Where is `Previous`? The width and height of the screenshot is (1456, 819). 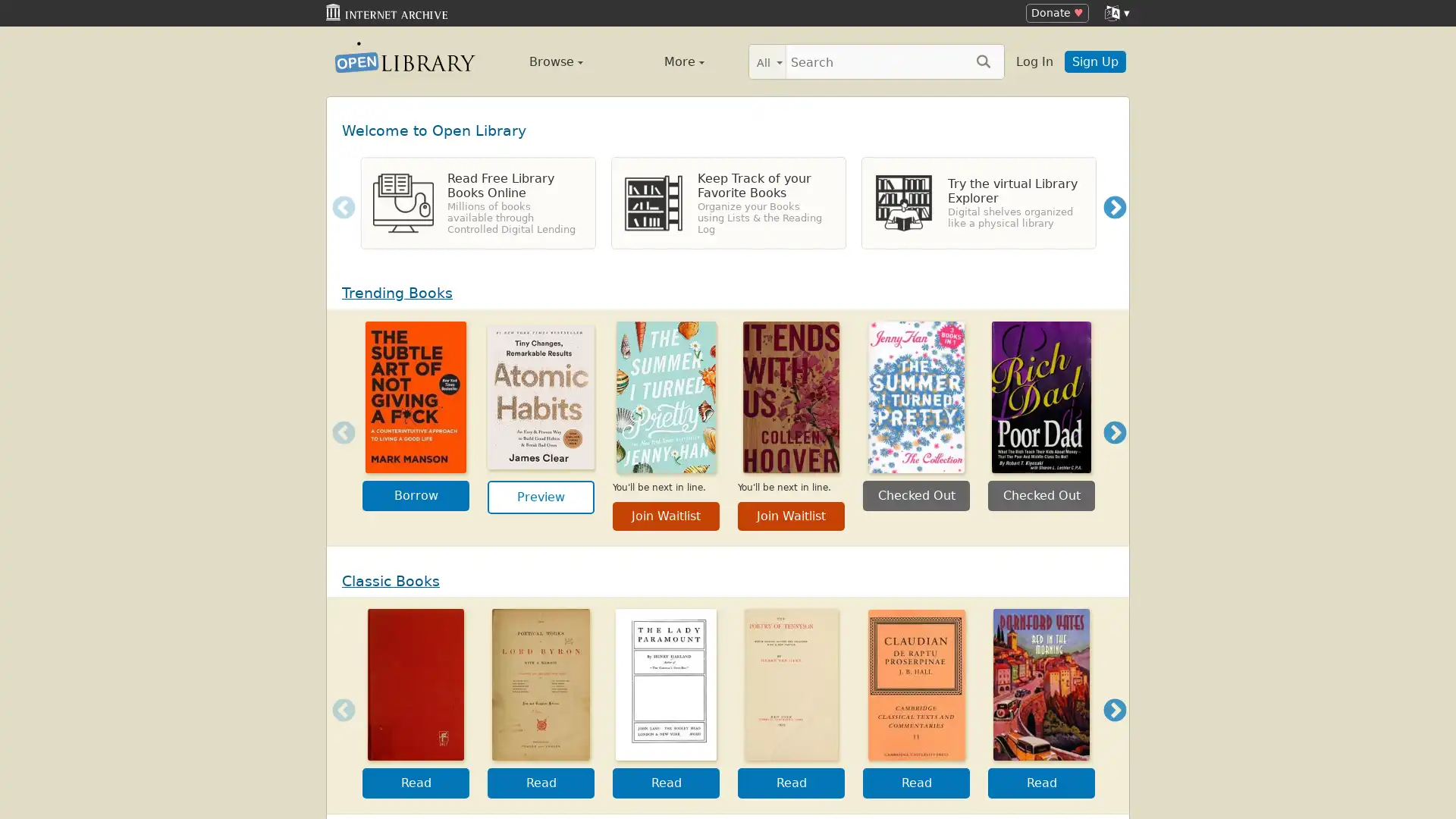 Previous is located at coordinates (337, 433).